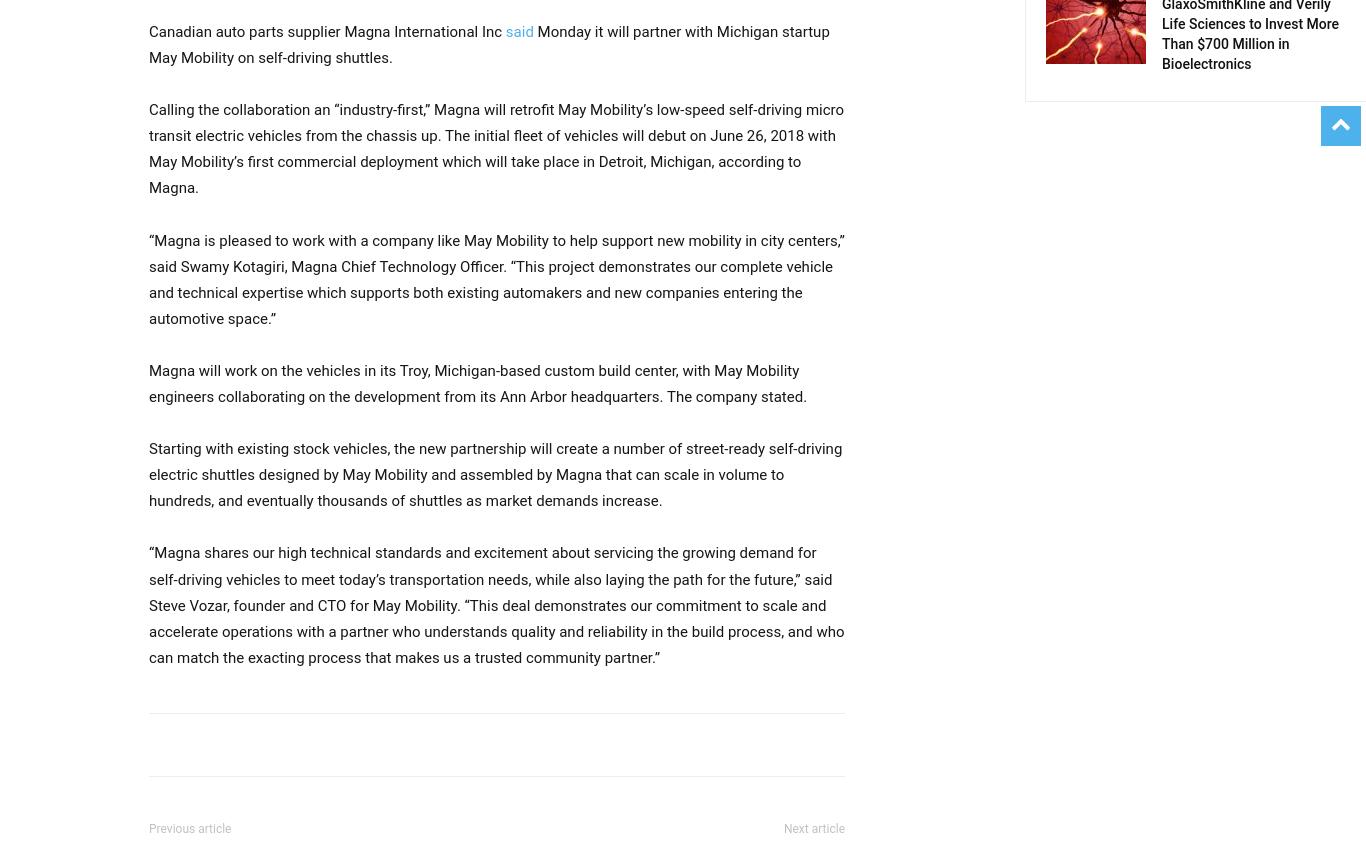 This screenshot has width=1366, height=850. Describe the element at coordinates (148, 474) in the screenshot. I see `'Starting with existing stock vehicles, the new partnership will create a number of street-ready self-driving electric shuttles designed by May Mobility and assembled by Magna that can scale in volume to hundreds, and eventually thousands of shuttles as market demands increase.'` at that location.